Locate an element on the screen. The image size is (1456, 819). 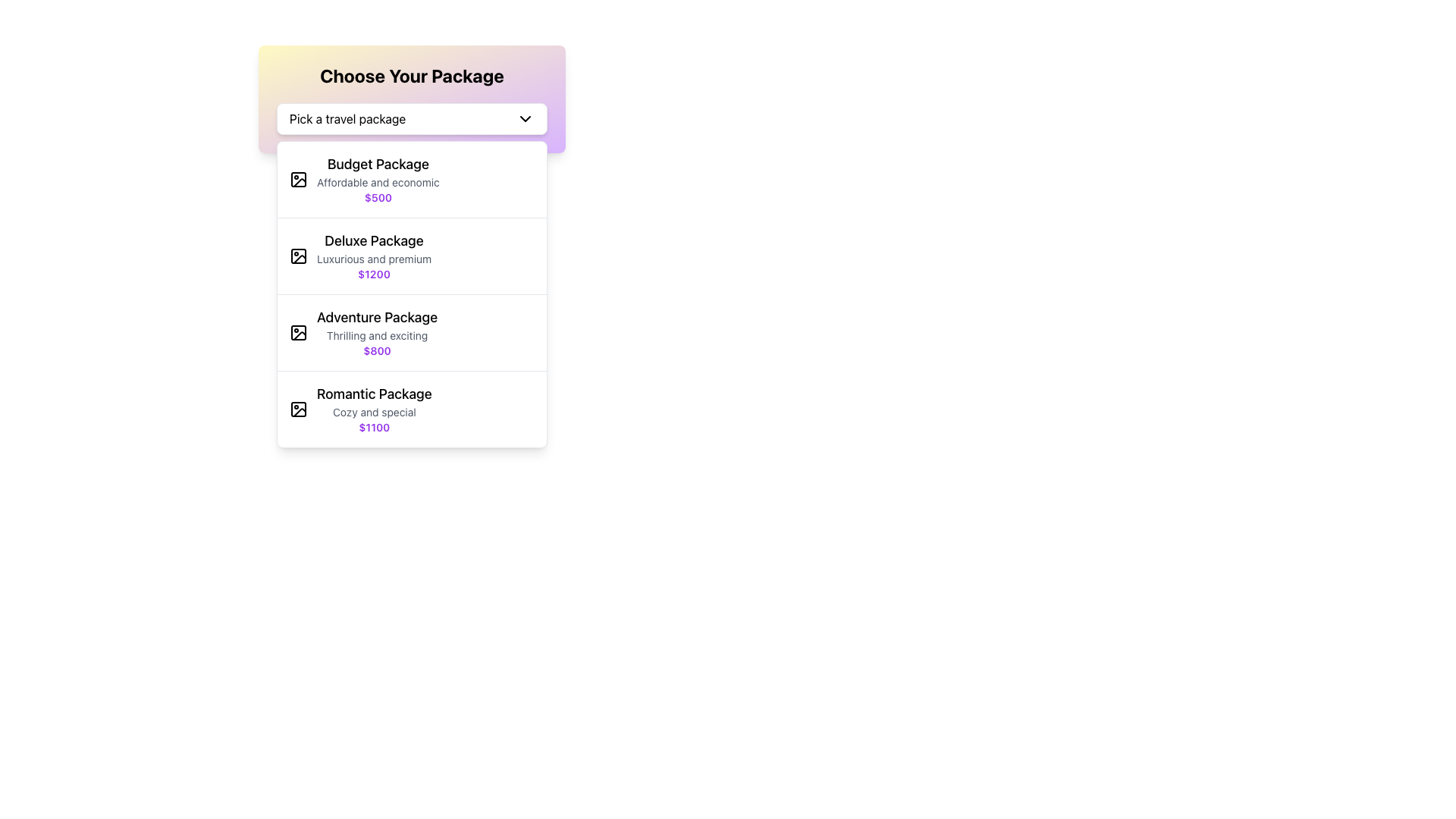
the Vector Graphic Rectangle representing the 'Deluxe Package' option in the travel package selection interface is located at coordinates (298, 256).